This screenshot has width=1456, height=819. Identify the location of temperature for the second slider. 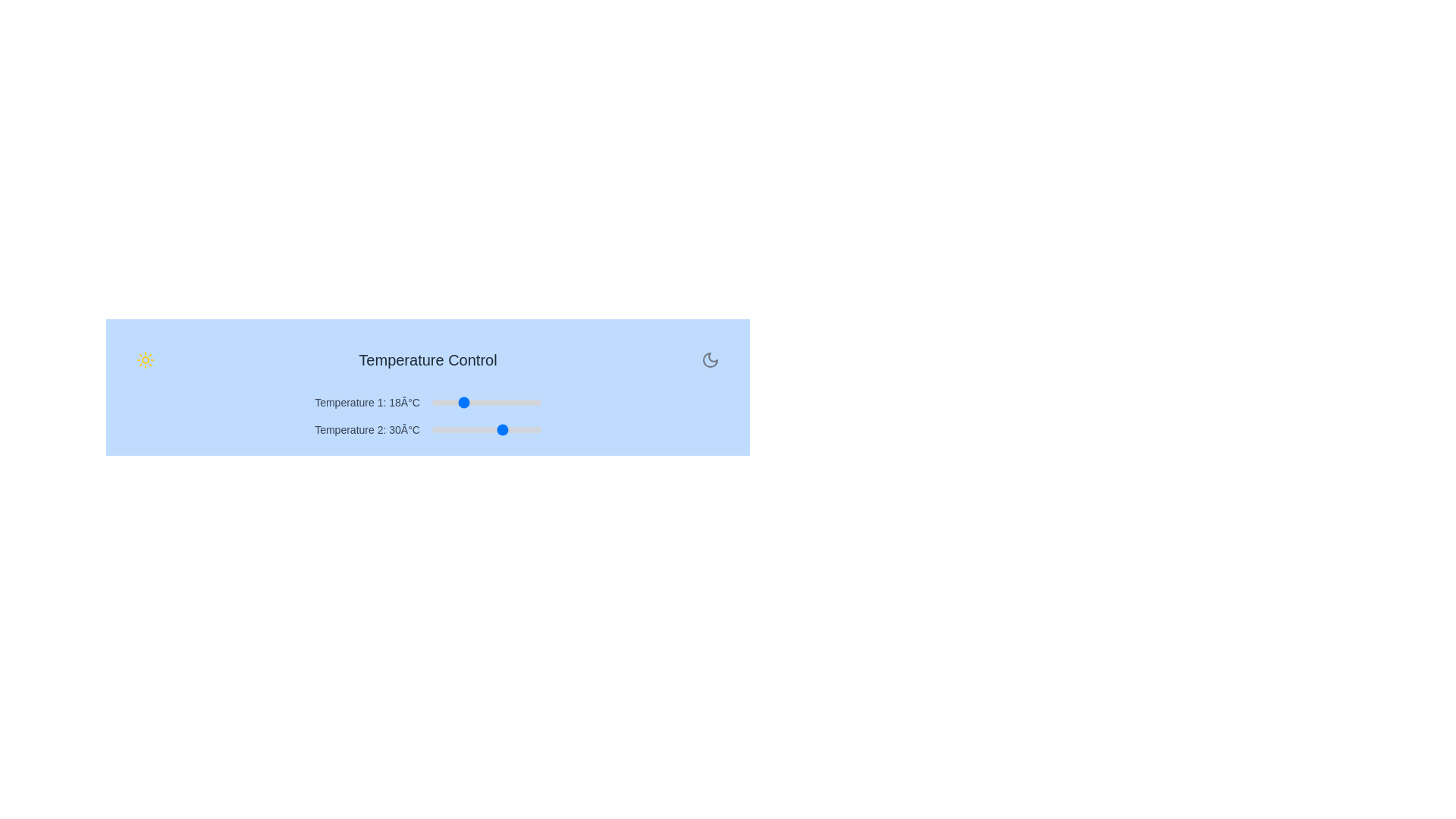
(460, 430).